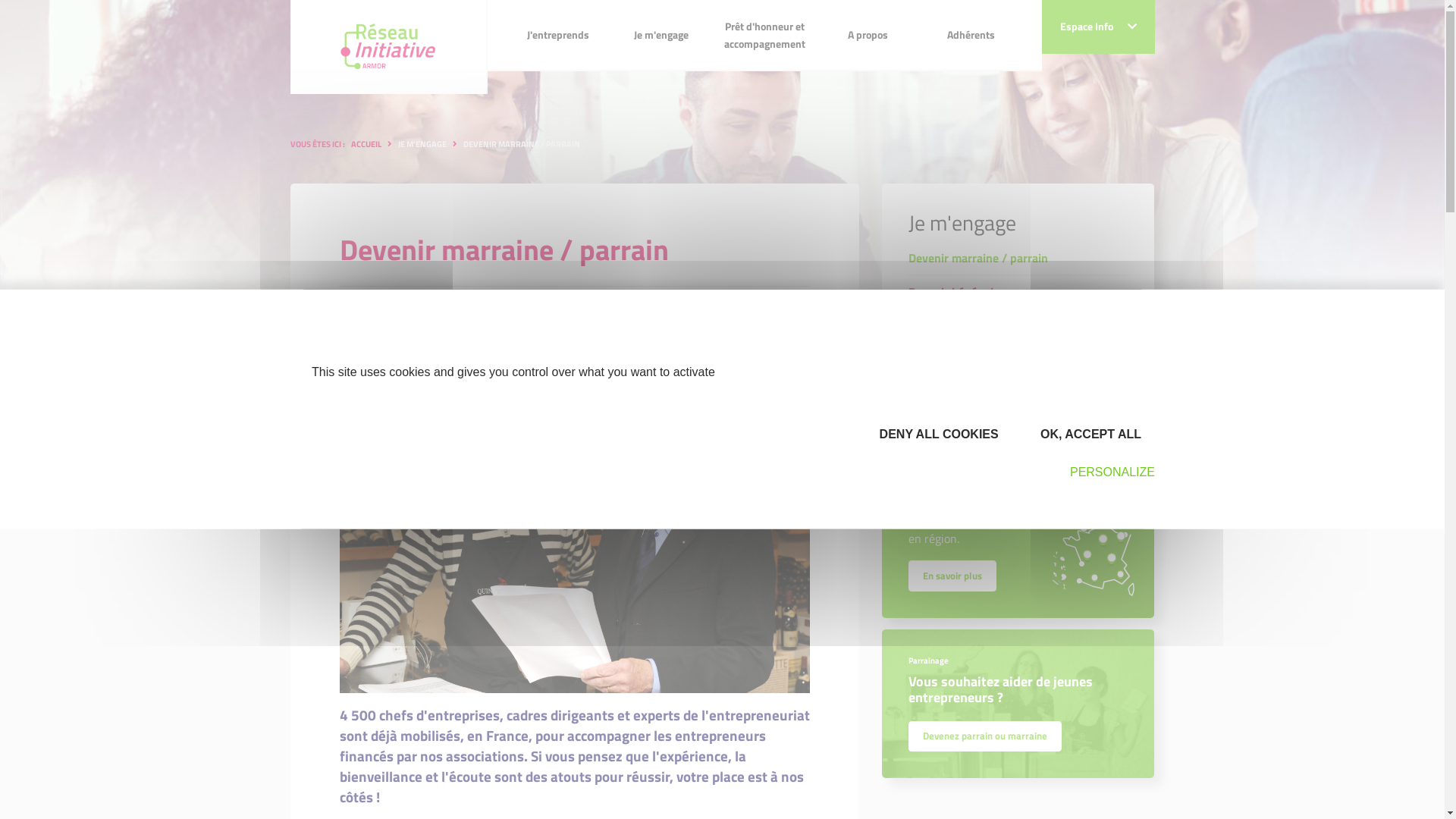 The image size is (1456, 819). Describe the element at coordinates (365, 144) in the screenshot. I see `'ACCUEIL'` at that location.